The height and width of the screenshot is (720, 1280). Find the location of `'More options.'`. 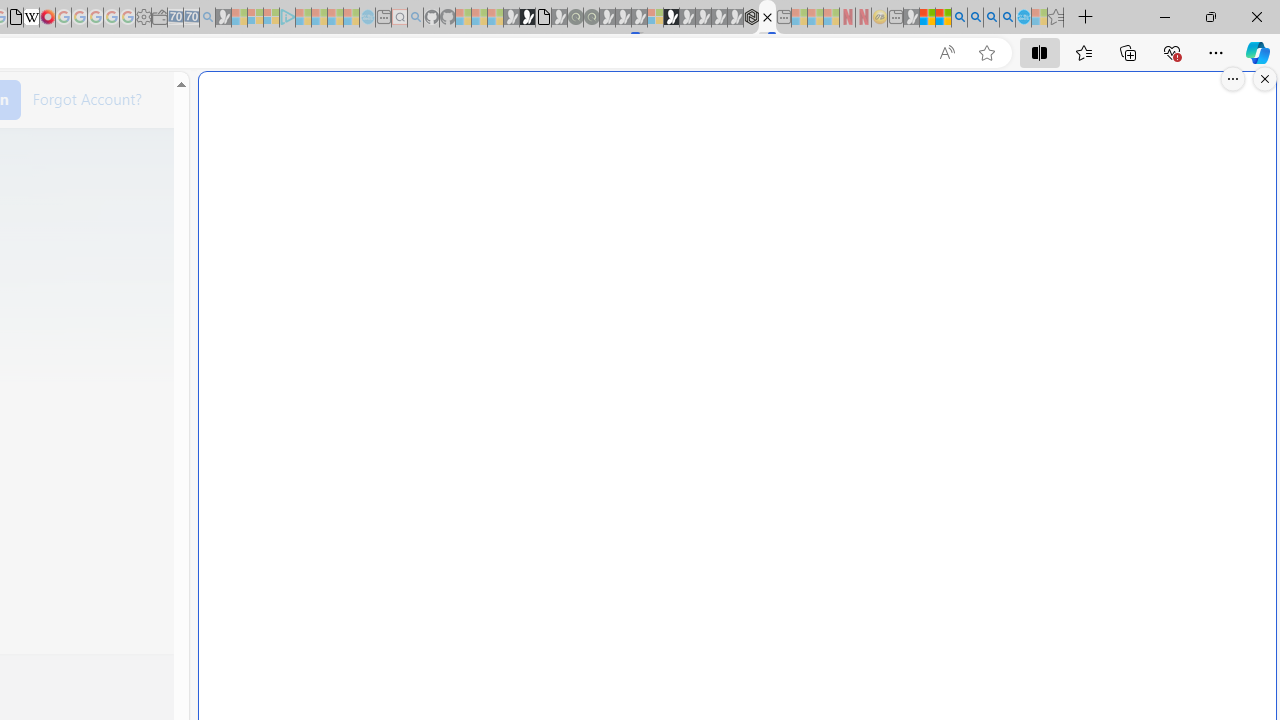

'More options.' is located at coordinates (1232, 78).